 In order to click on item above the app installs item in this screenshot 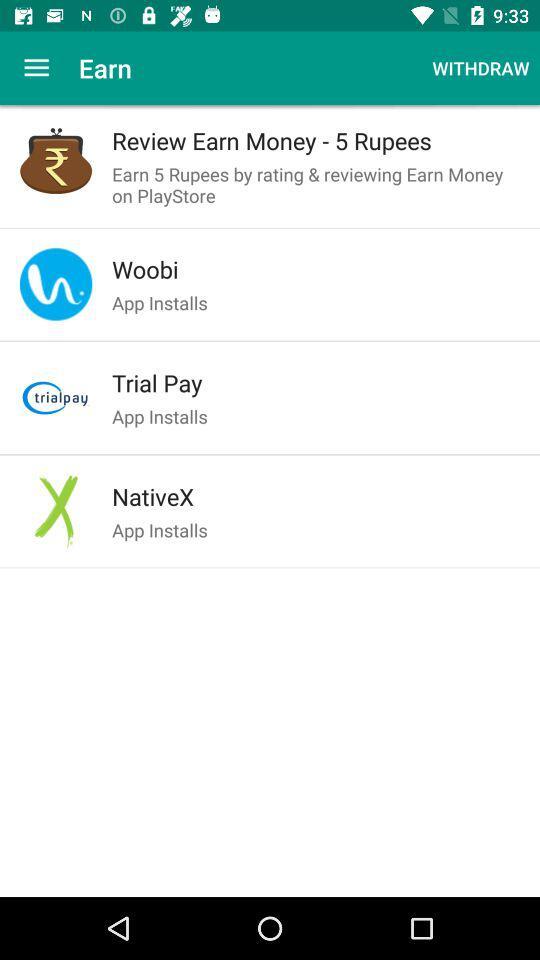, I will do `click(316, 495)`.